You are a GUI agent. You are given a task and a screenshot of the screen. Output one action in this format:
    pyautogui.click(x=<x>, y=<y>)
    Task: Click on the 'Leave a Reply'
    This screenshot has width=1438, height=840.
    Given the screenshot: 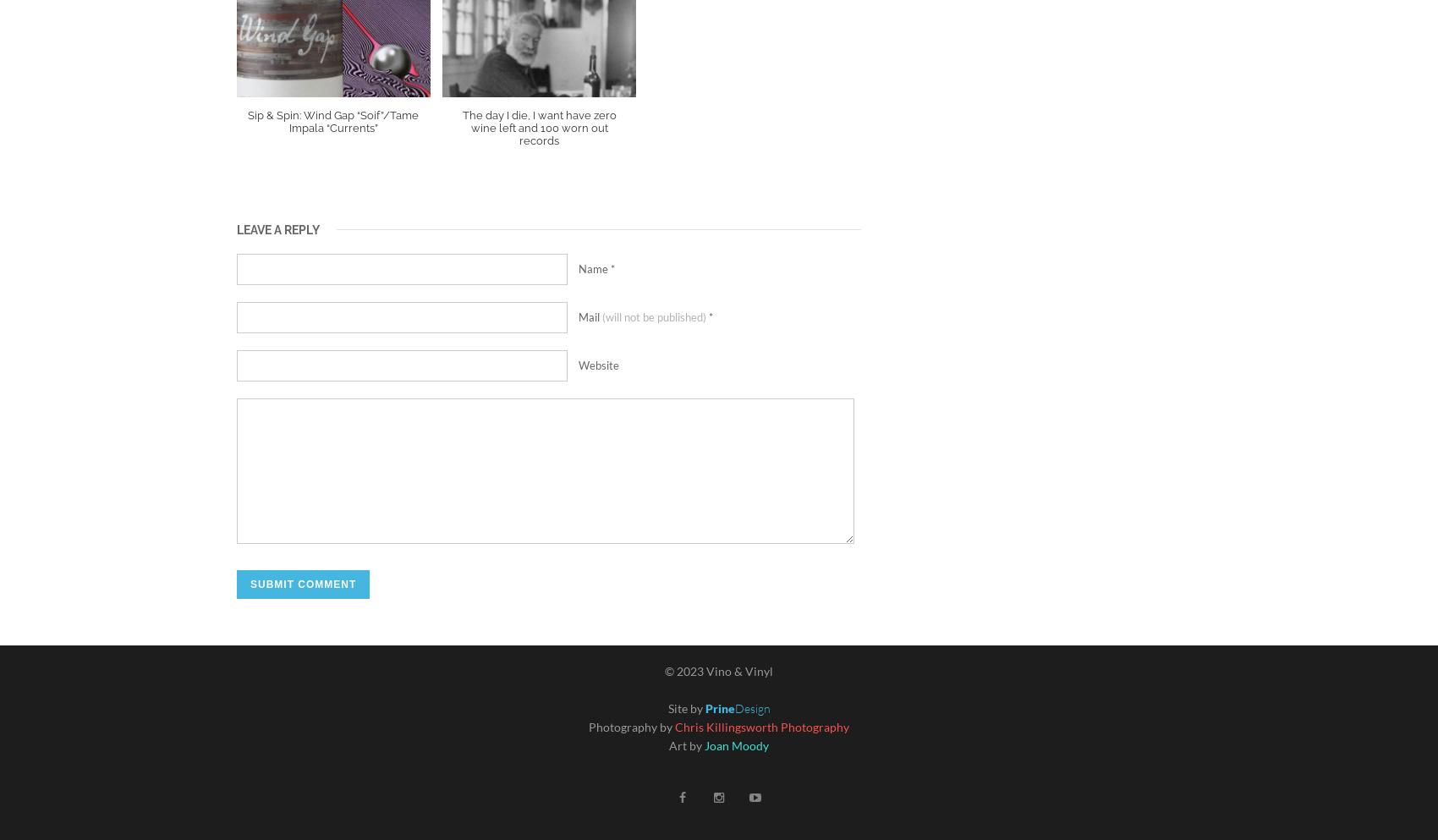 What is the action you would take?
    pyautogui.click(x=277, y=228)
    